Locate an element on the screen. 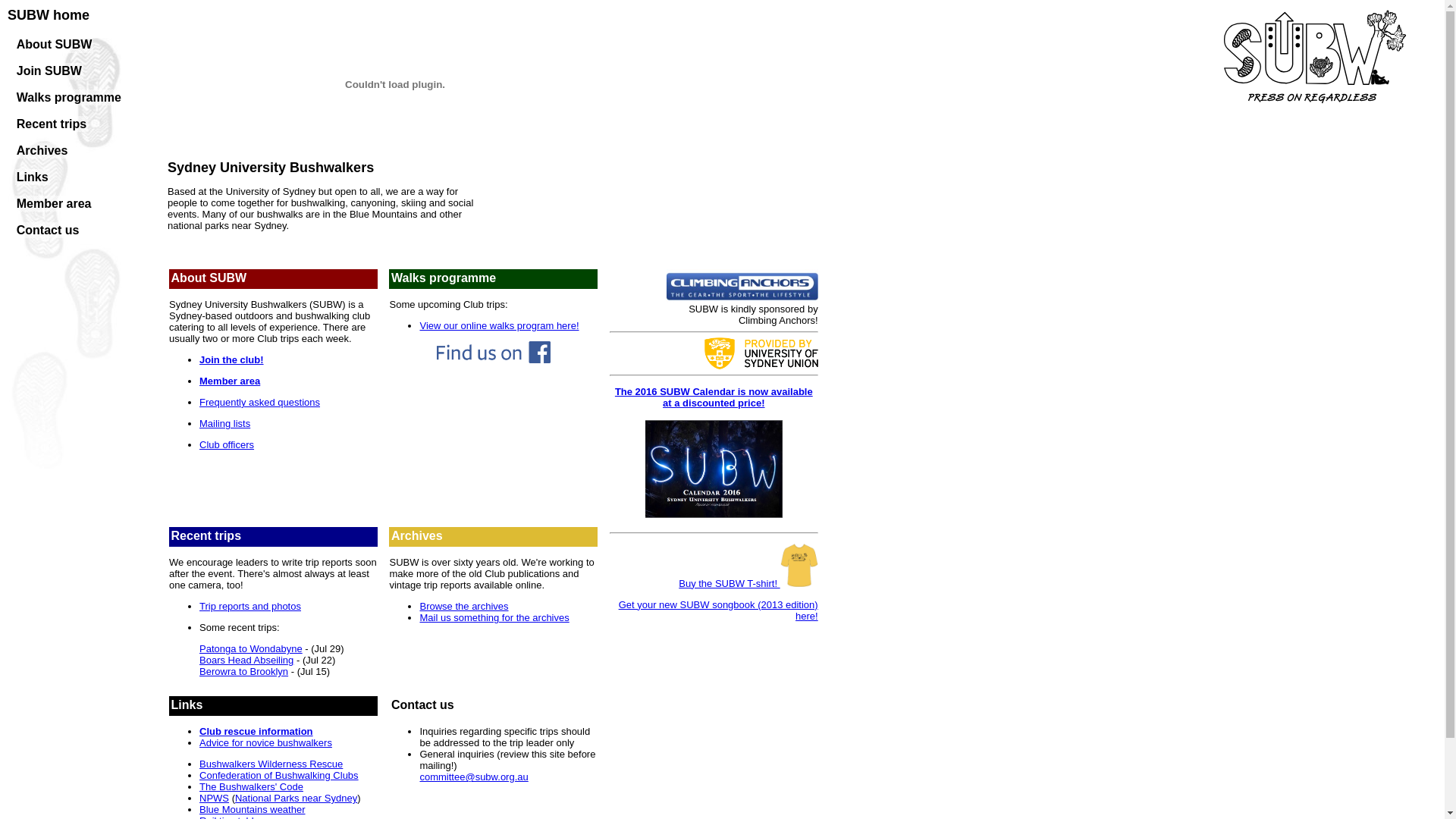  'Contact us' is located at coordinates (48, 230).